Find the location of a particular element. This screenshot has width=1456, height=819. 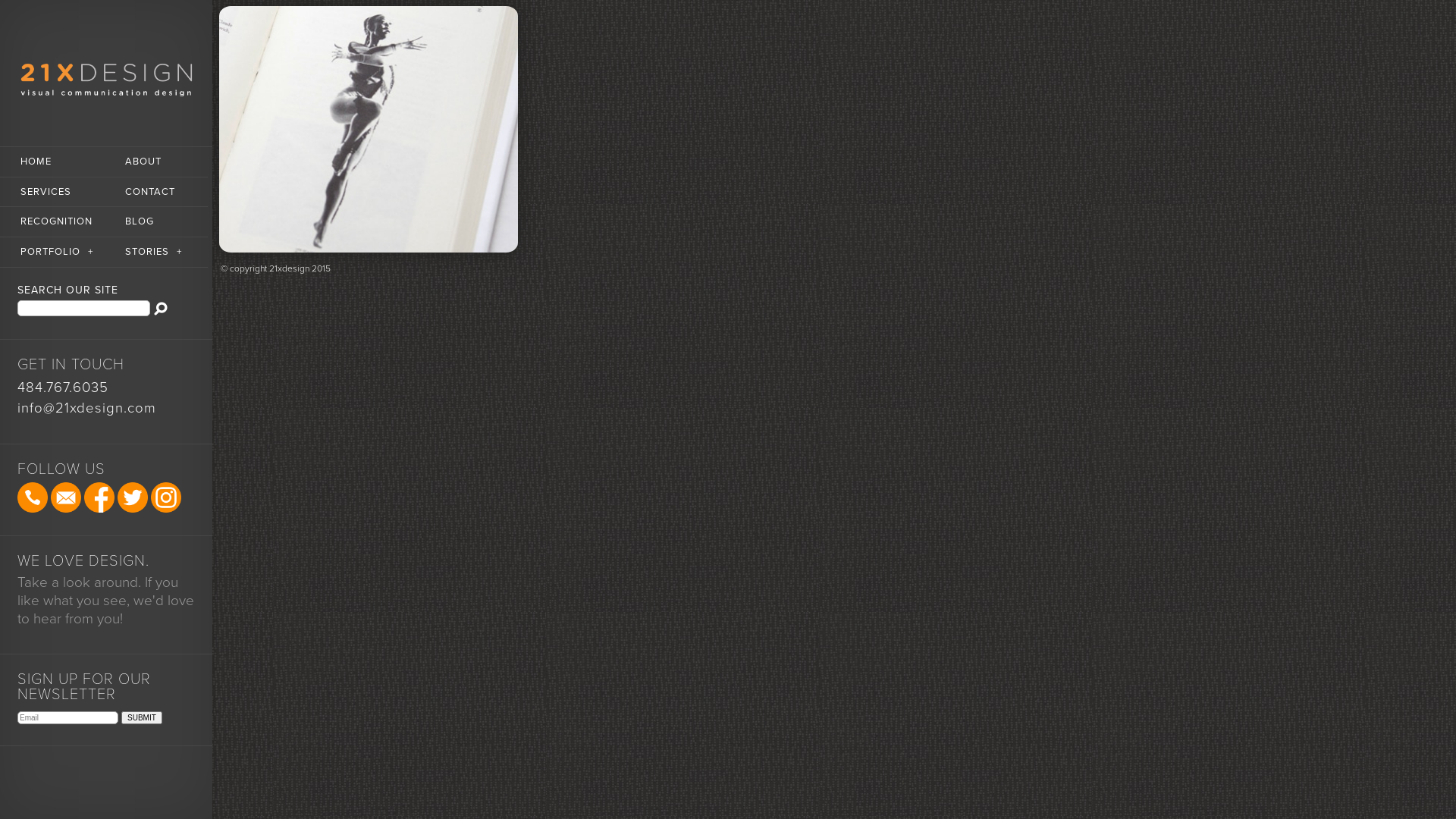

'RECOGNITION' is located at coordinates (52, 222).